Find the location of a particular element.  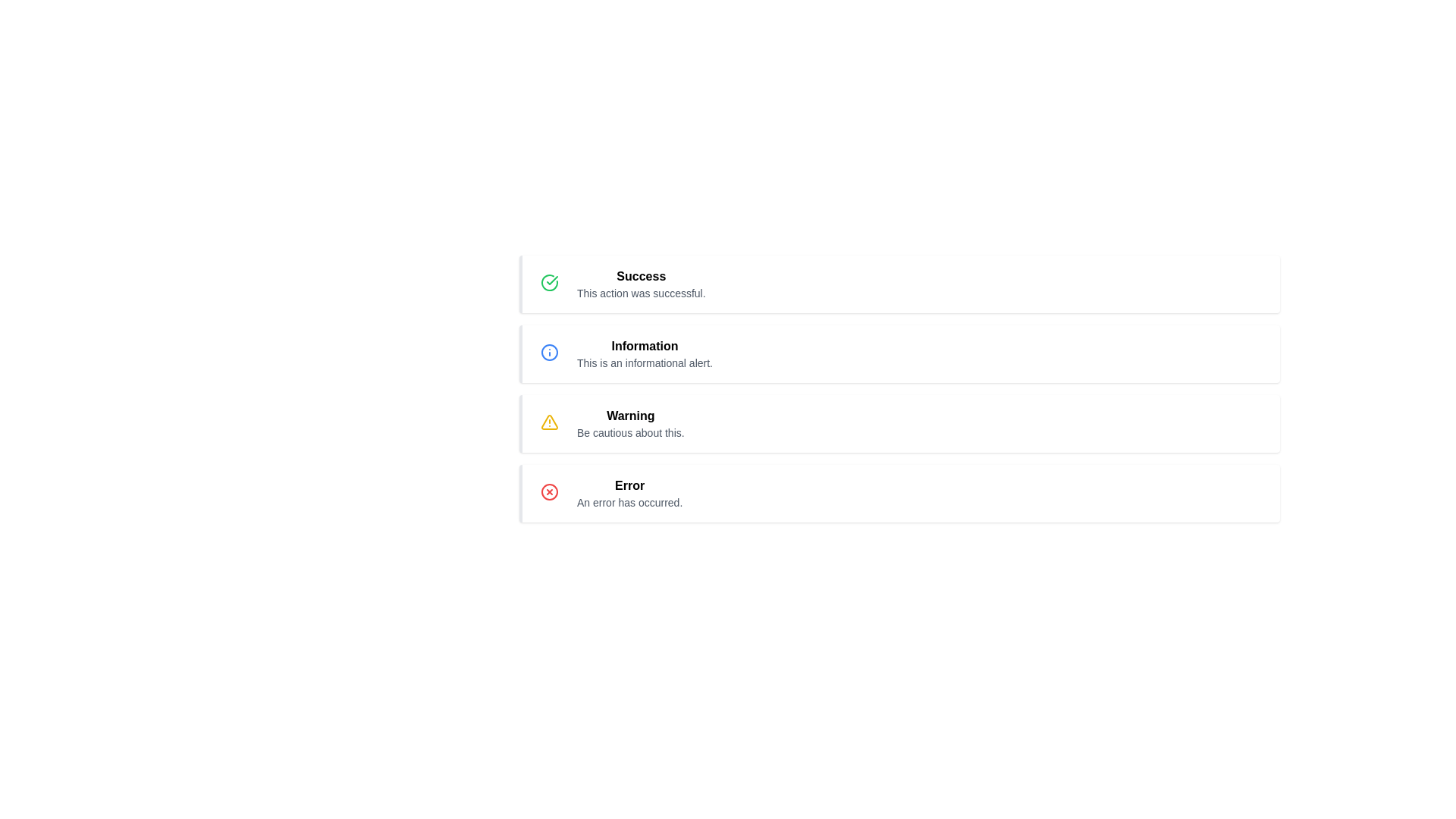

the success icon located at the left side of the 'Success' alert notification box, adjacent to the text 'Success' and 'This action was successful.' is located at coordinates (548, 283).